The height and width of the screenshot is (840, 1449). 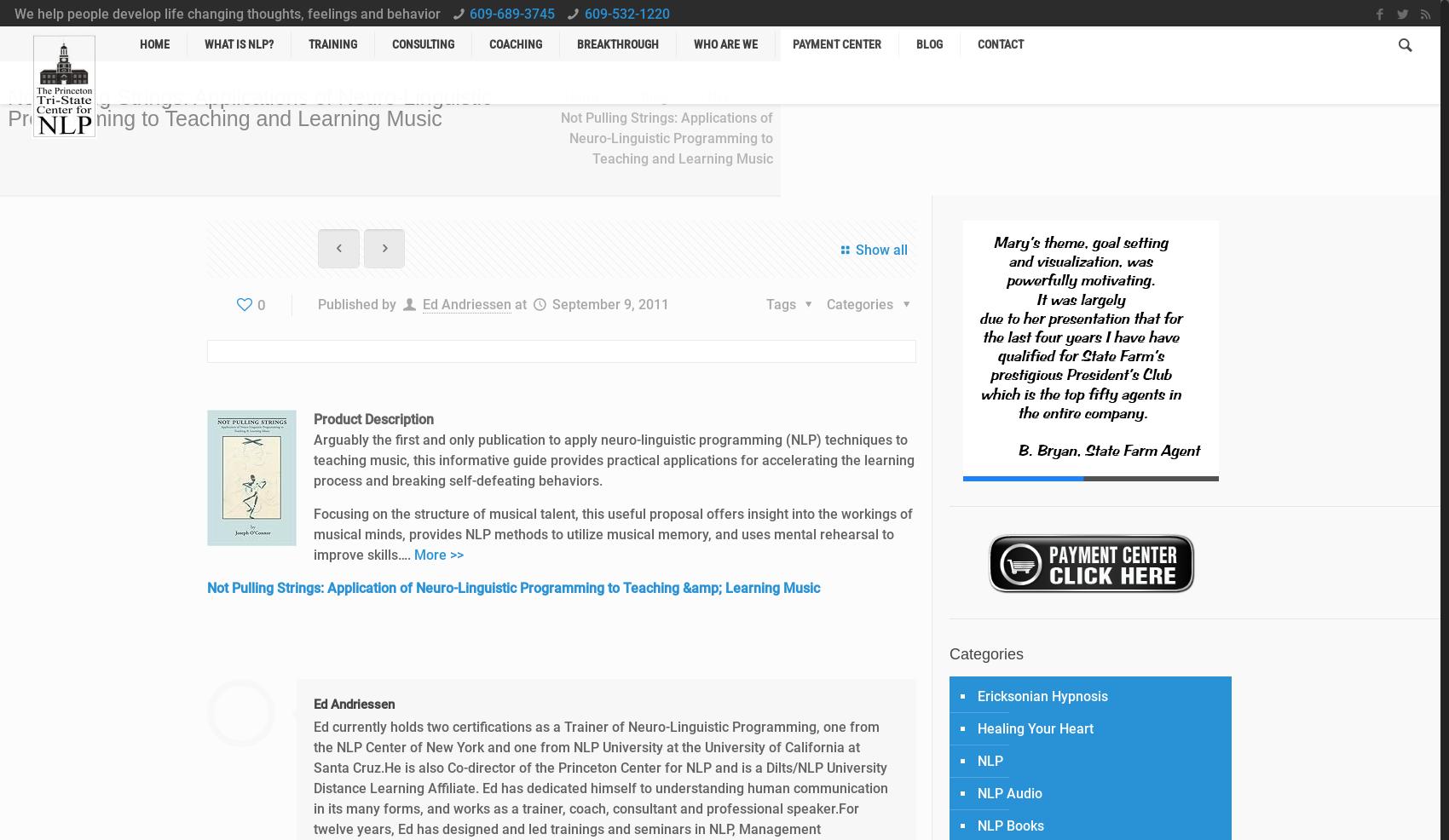 I want to click on 'Published by', so click(x=356, y=303).